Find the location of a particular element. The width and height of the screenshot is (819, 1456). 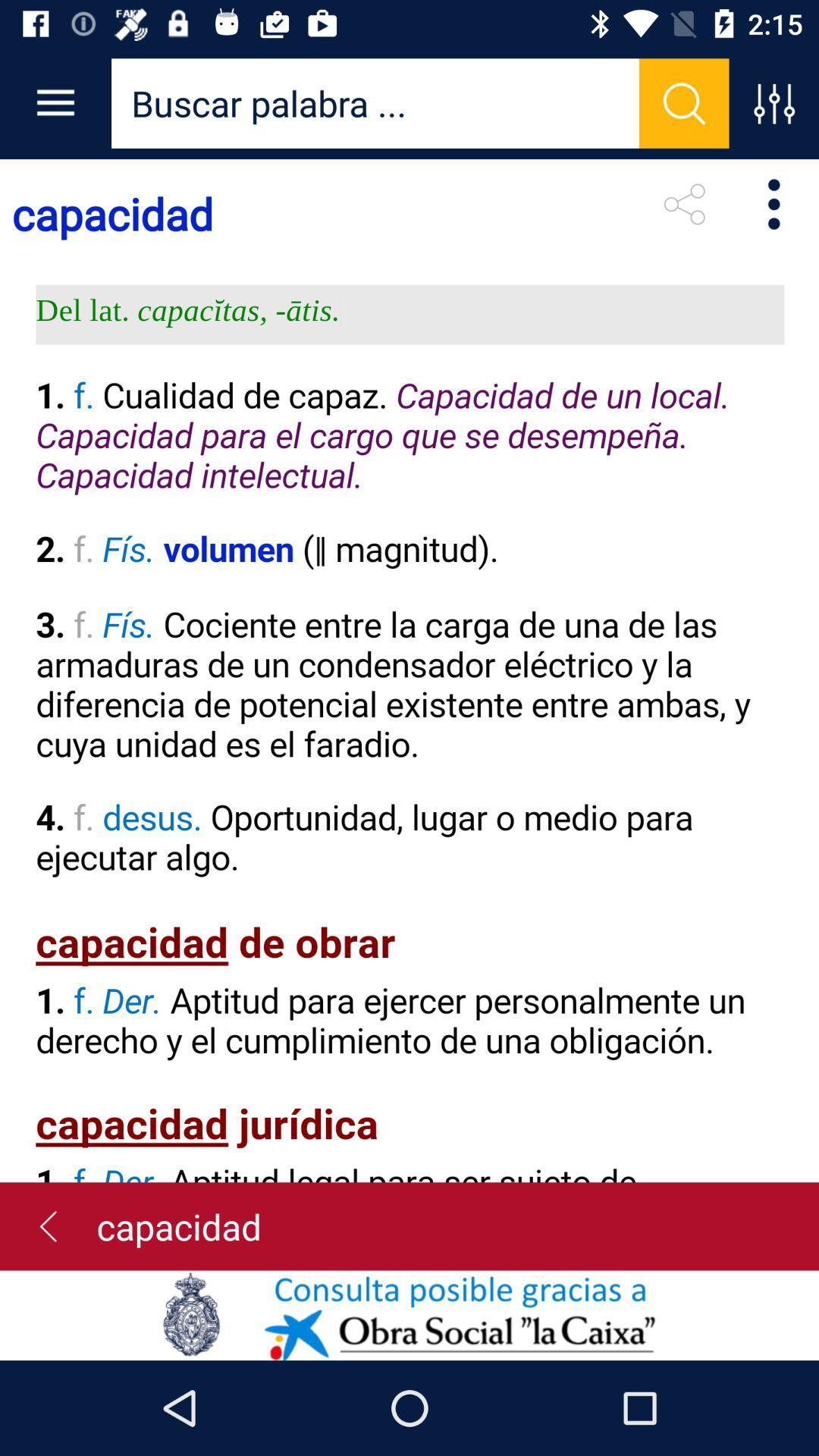

share result is located at coordinates (684, 203).